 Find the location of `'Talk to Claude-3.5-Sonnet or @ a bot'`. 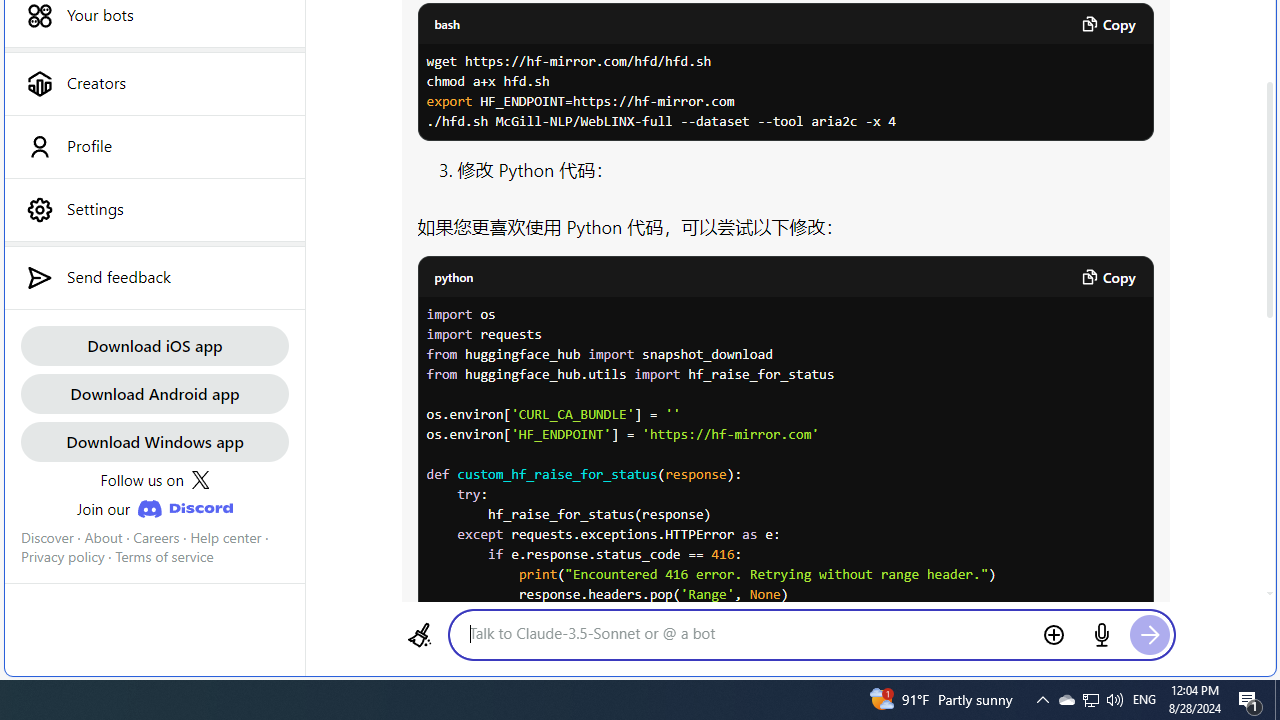

'Talk to Claude-3.5-Sonnet or @ a bot' is located at coordinates (746, 633).